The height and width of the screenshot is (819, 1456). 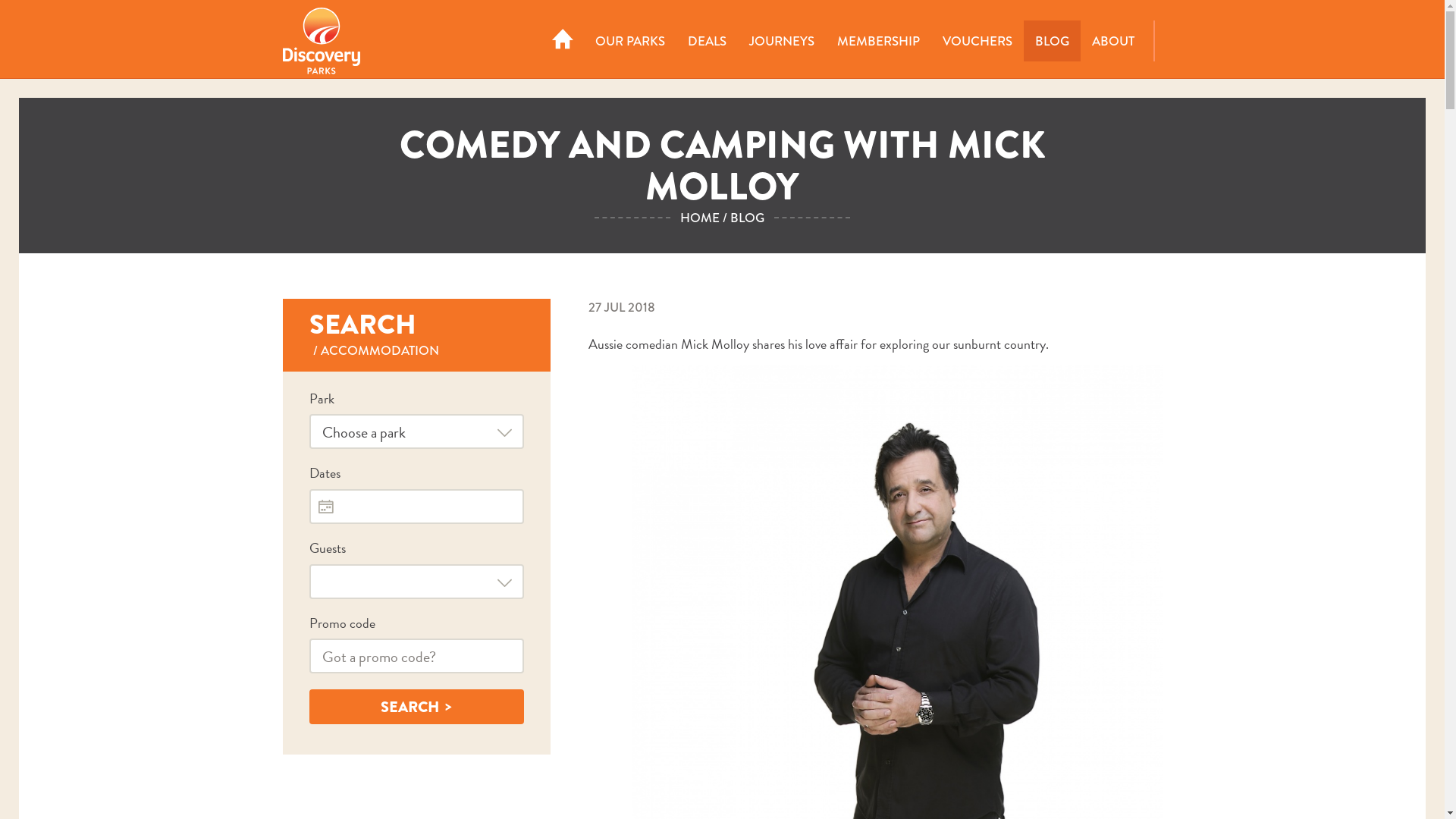 I want to click on 'VOUCHERS', so click(x=977, y=40).